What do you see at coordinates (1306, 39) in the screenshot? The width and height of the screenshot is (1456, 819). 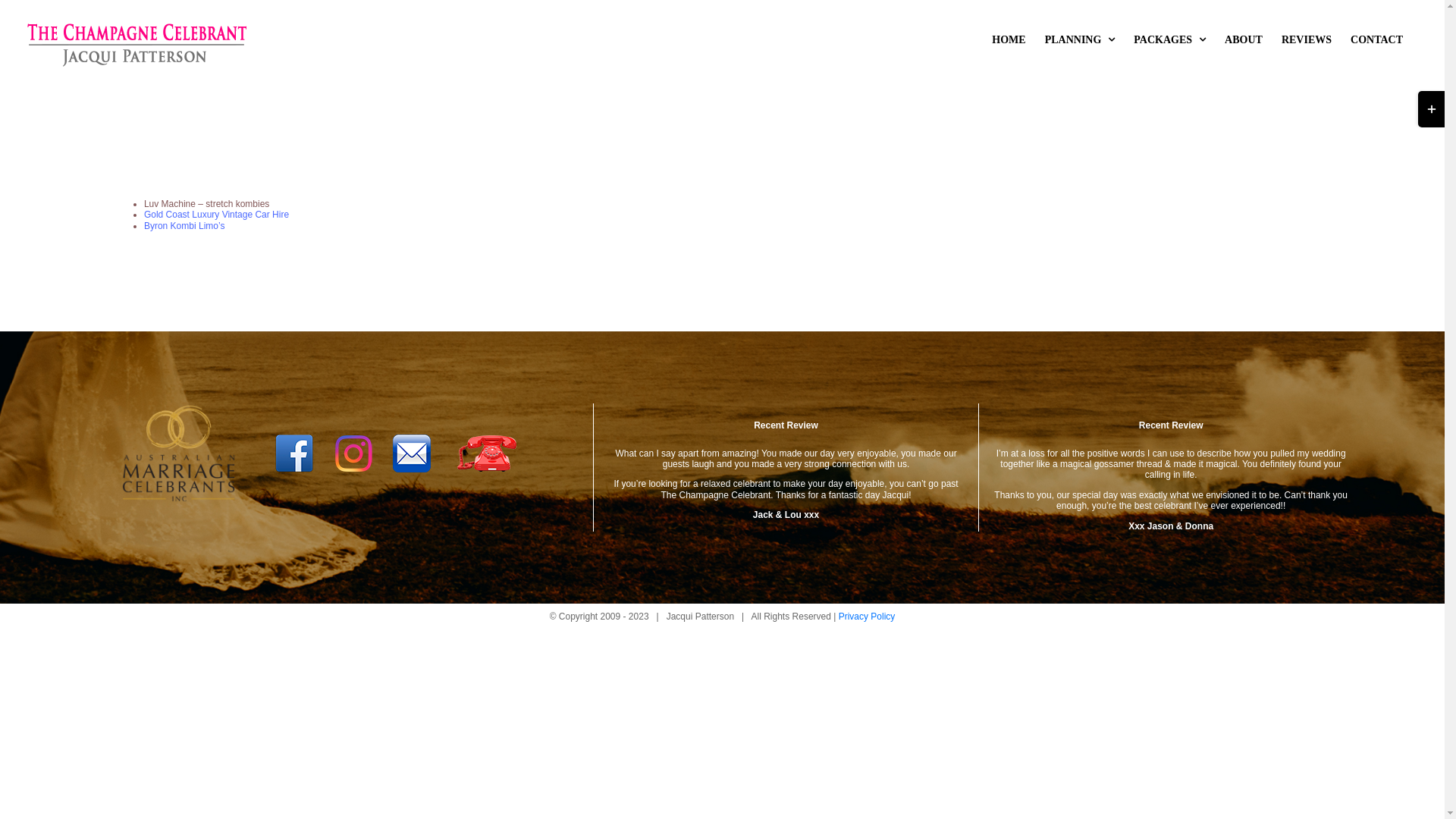 I see `'REVIEWS'` at bounding box center [1306, 39].